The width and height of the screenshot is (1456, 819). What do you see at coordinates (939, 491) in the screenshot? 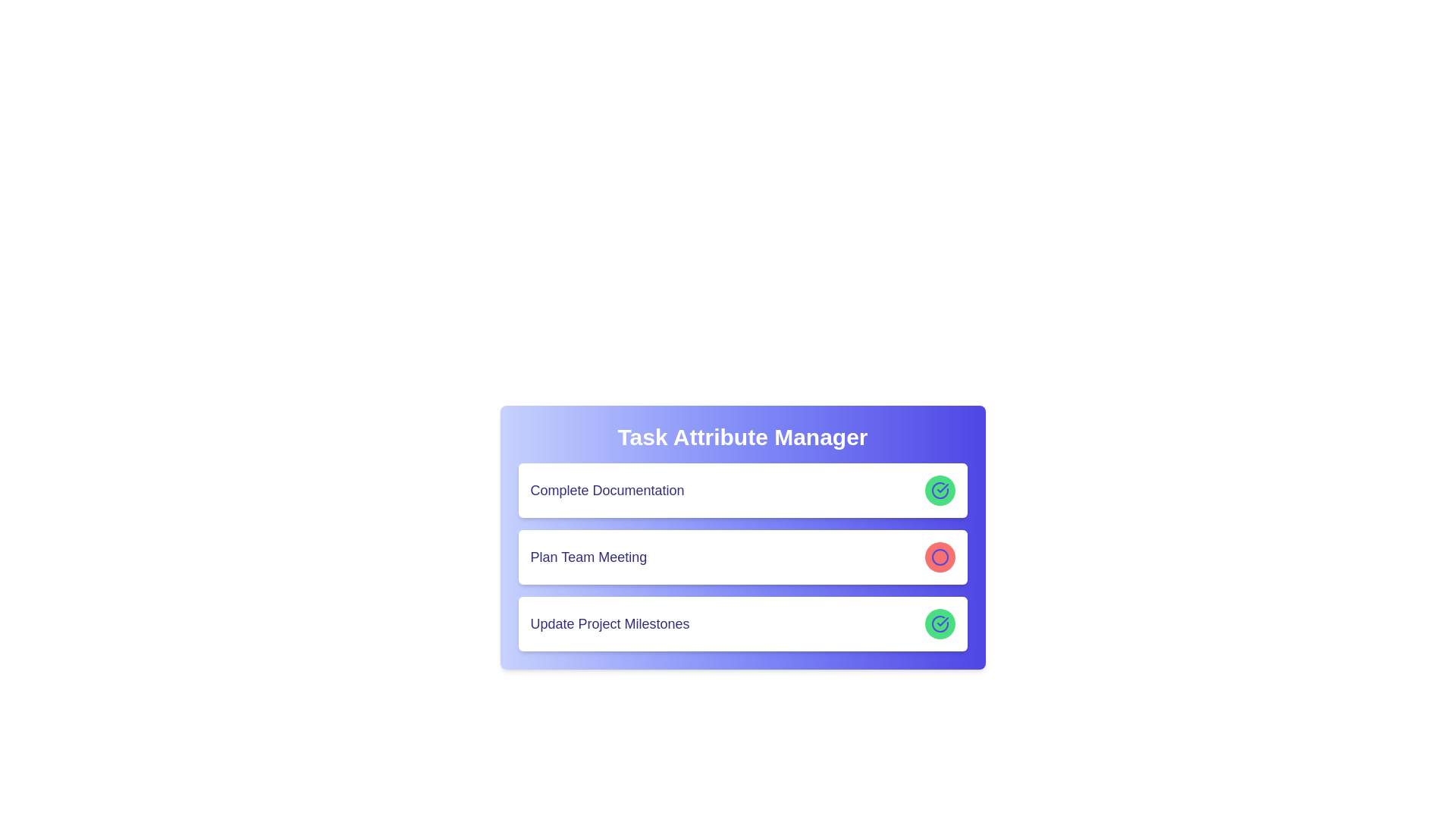
I see `the circular interactive button with a green background and blue checkmark icon` at bounding box center [939, 491].